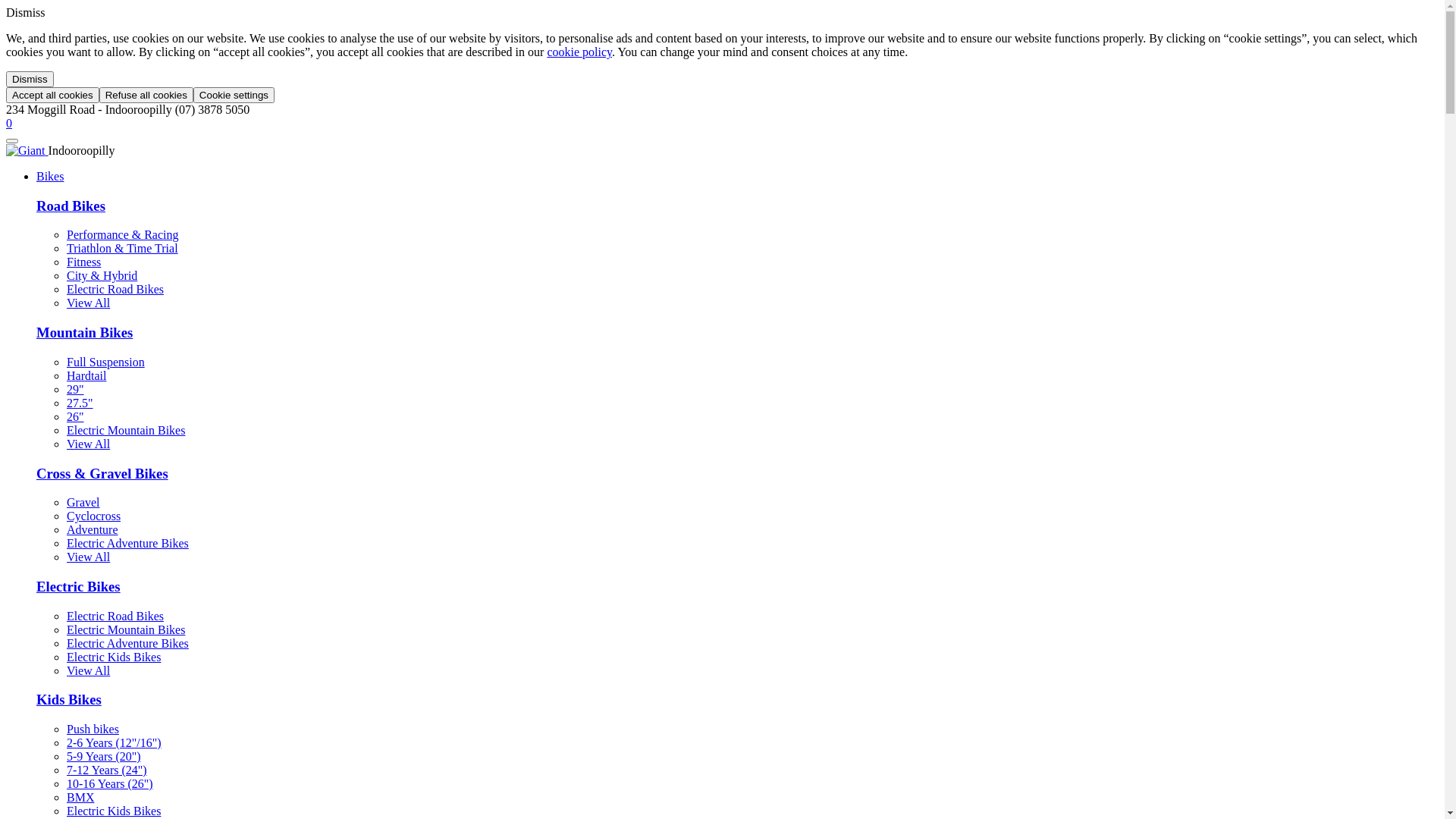 This screenshot has width=1456, height=819. I want to click on 'Electric Mountain Bikes', so click(126, 629).